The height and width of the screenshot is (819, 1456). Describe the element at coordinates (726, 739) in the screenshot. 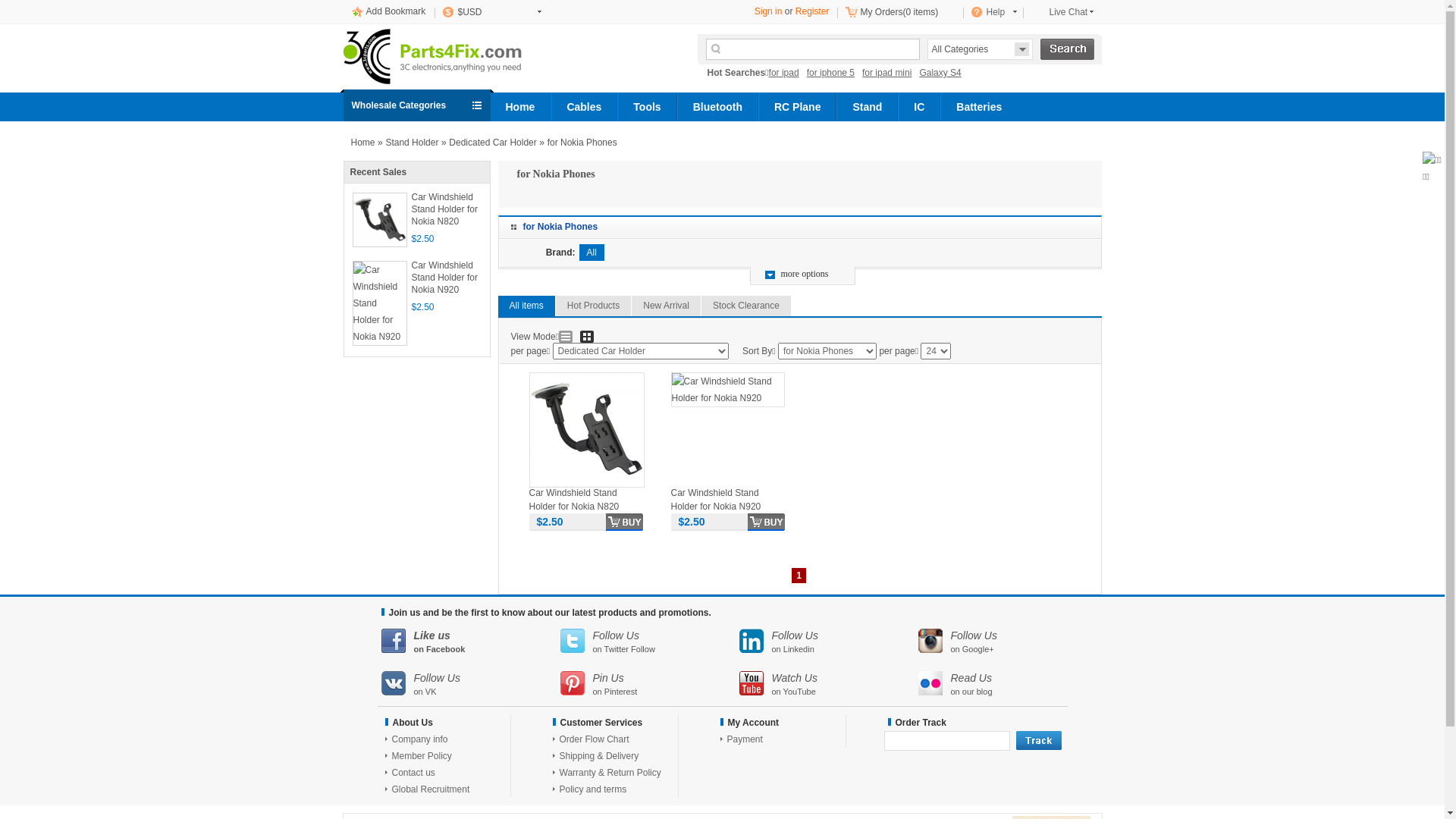

I see `'Payment'` at that location.